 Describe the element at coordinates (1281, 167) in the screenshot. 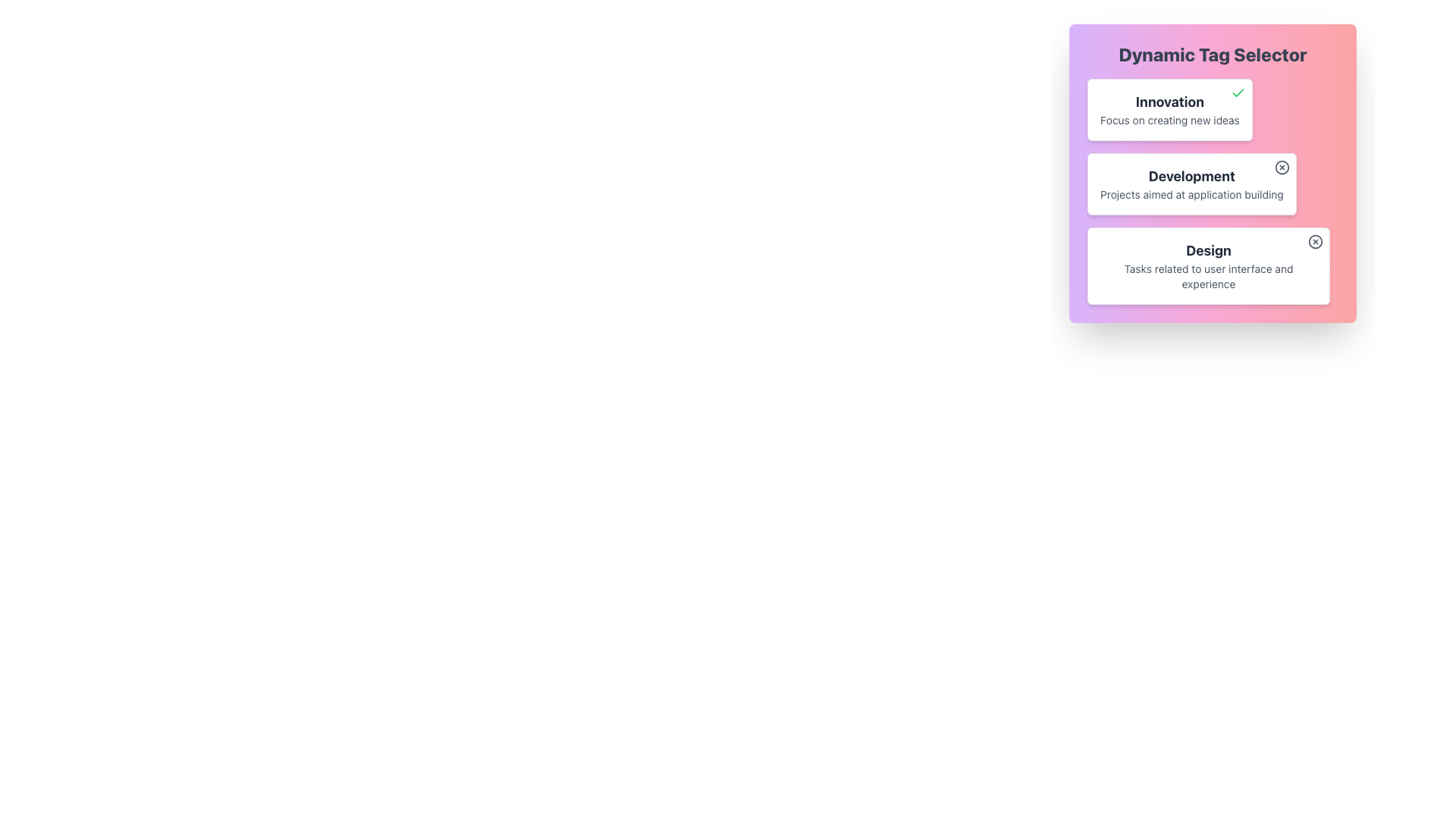

I see `the close icon in the top-right corner of the 'Development' card` at that location.